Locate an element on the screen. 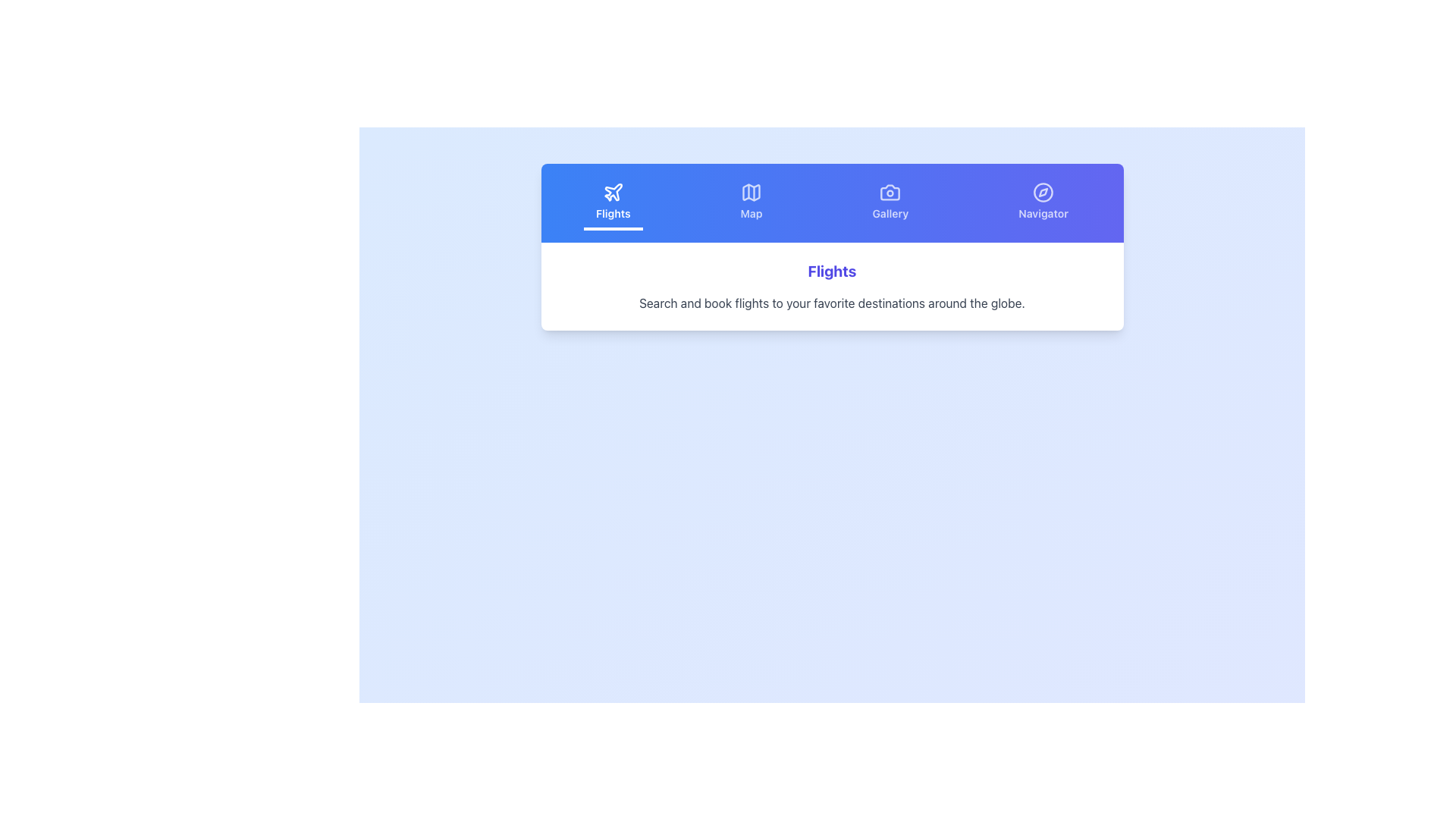 The width and height of the screenshot is (1456, 819). the icon that visually supports the 'Flights' navigation button, which is positioned at the top center of the button labeled 'Flights' is located at coordinates (613, 192).